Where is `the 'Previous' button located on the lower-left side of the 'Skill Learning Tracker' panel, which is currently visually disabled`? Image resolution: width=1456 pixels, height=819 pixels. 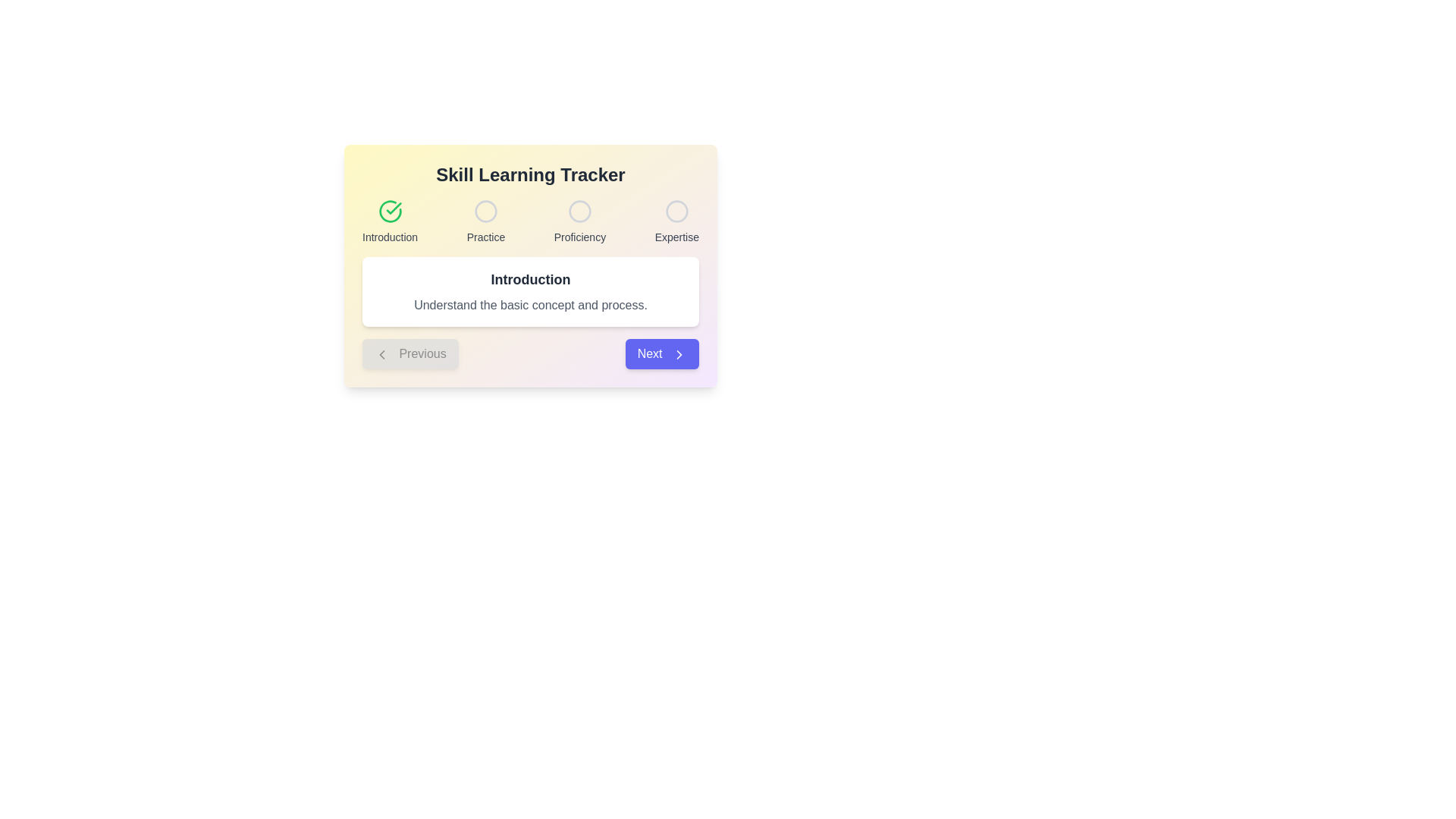
the 'Previous' button located on the lower-left side of the 'Skill Learning Tracker' panel, which is currently visually disabled is located at coordinates (410, 353).